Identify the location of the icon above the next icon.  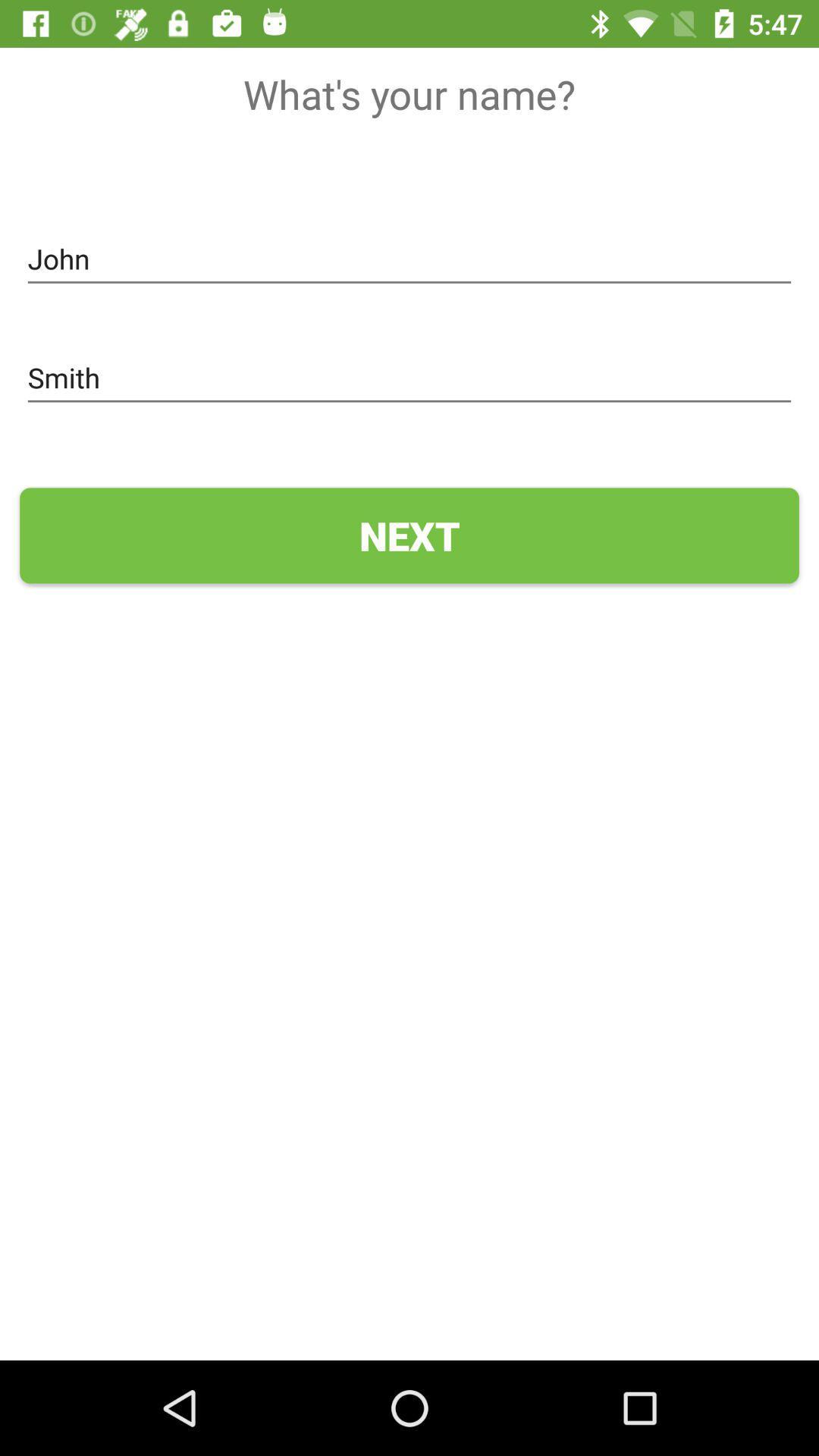
(409, 378).